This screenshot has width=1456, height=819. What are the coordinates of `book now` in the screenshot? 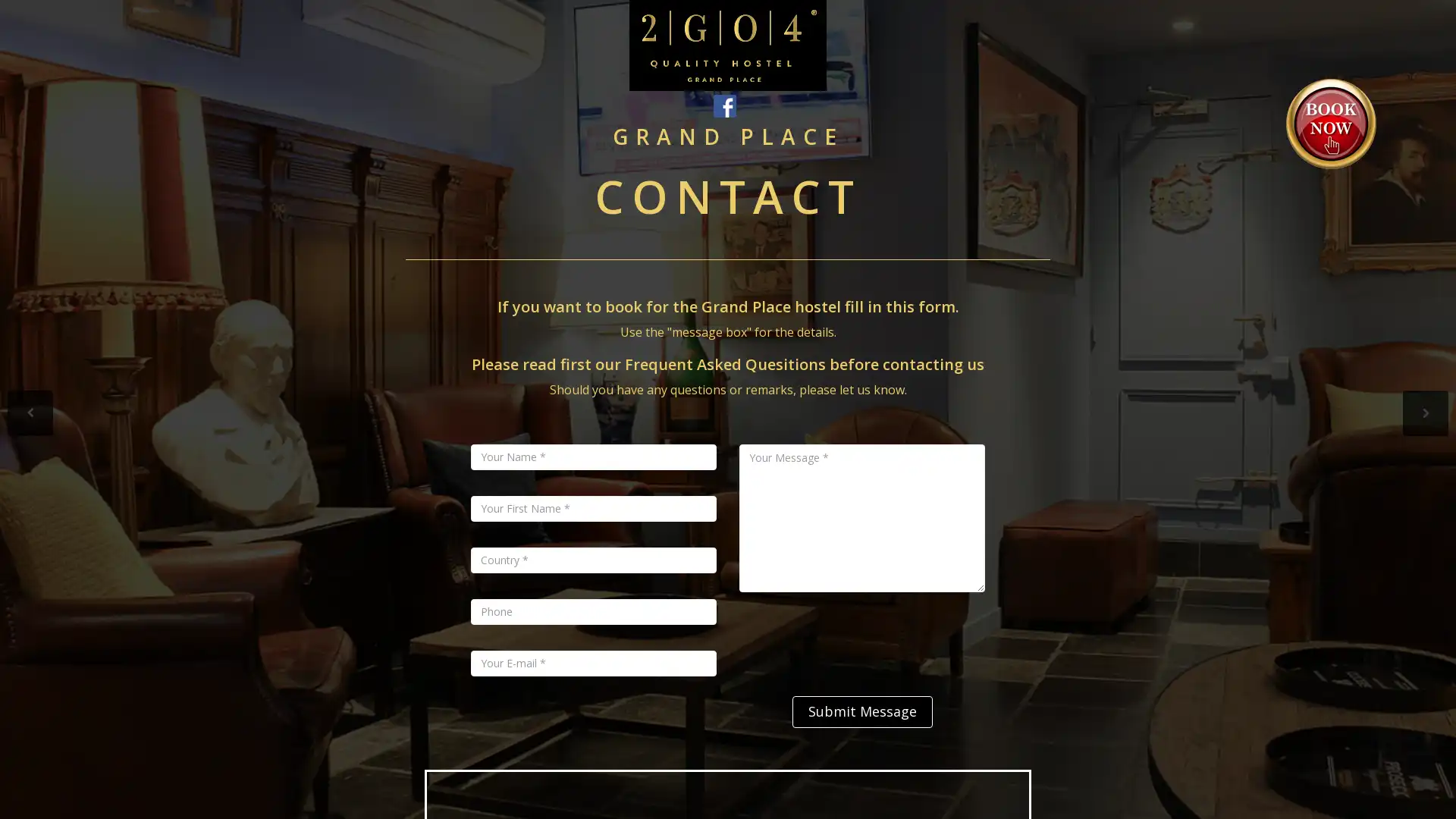 It's located at (1330, 123).